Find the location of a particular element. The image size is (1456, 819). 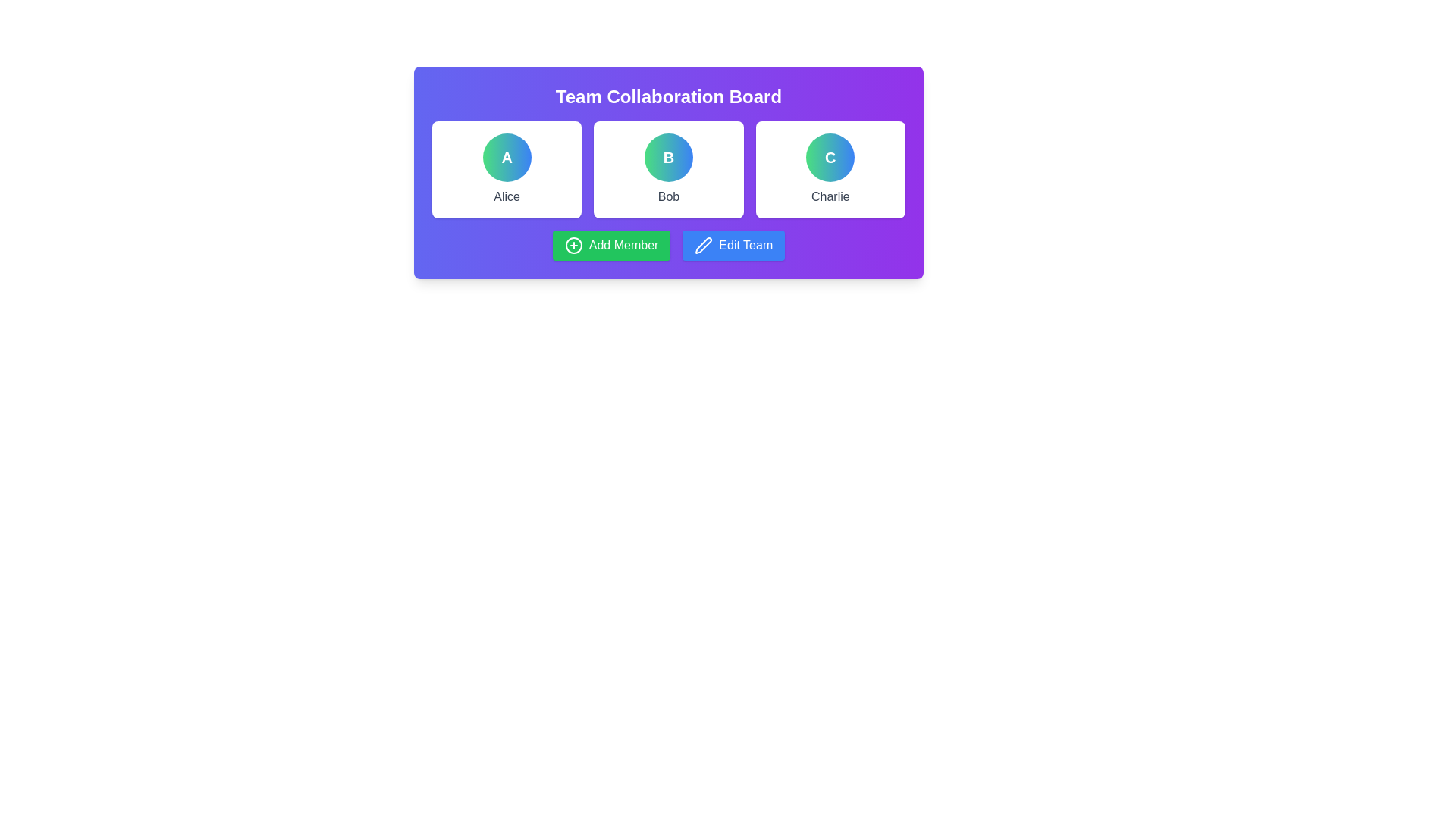

text content of the text label displaying 'Bob', which is styled in medium gray font and located centrally beneath the circular gradient icon with the letter 'B' is located at coordinates (668, 196).